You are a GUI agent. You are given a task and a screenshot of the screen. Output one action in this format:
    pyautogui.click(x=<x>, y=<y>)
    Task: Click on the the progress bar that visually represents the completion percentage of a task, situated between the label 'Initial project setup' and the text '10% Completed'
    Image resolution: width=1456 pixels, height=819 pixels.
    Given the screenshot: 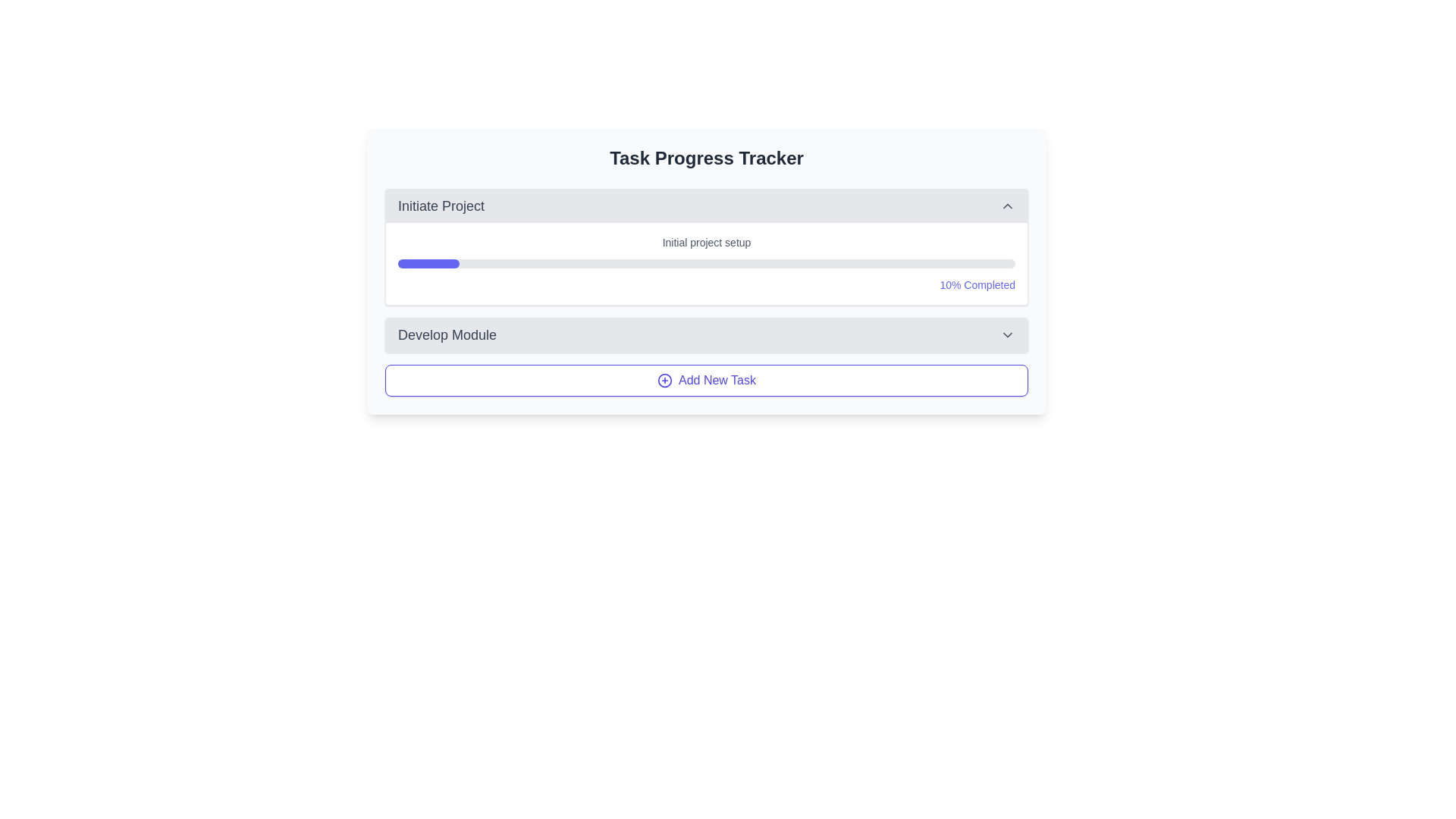 What is the action you would take?
    pyautogui.click(x=705, y=262)
    